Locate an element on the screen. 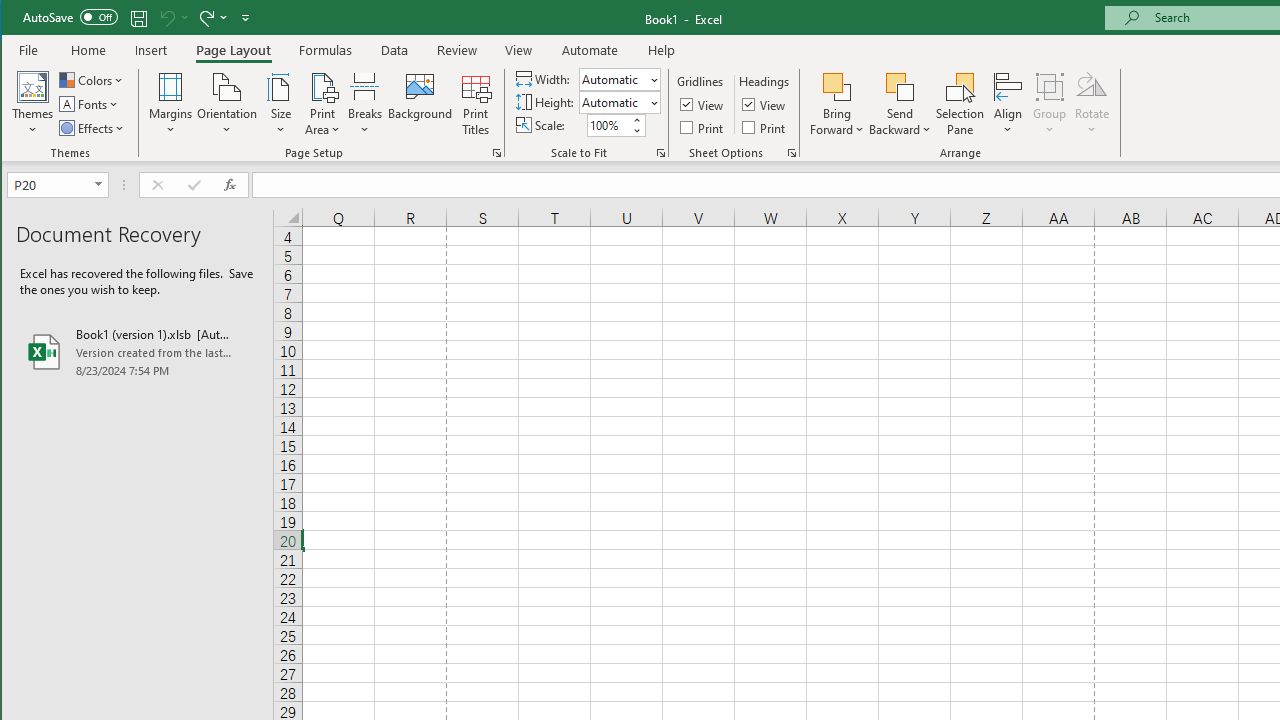 This screenshot has width=1280, height=720. 'More' is located at coordinates (635, 120).